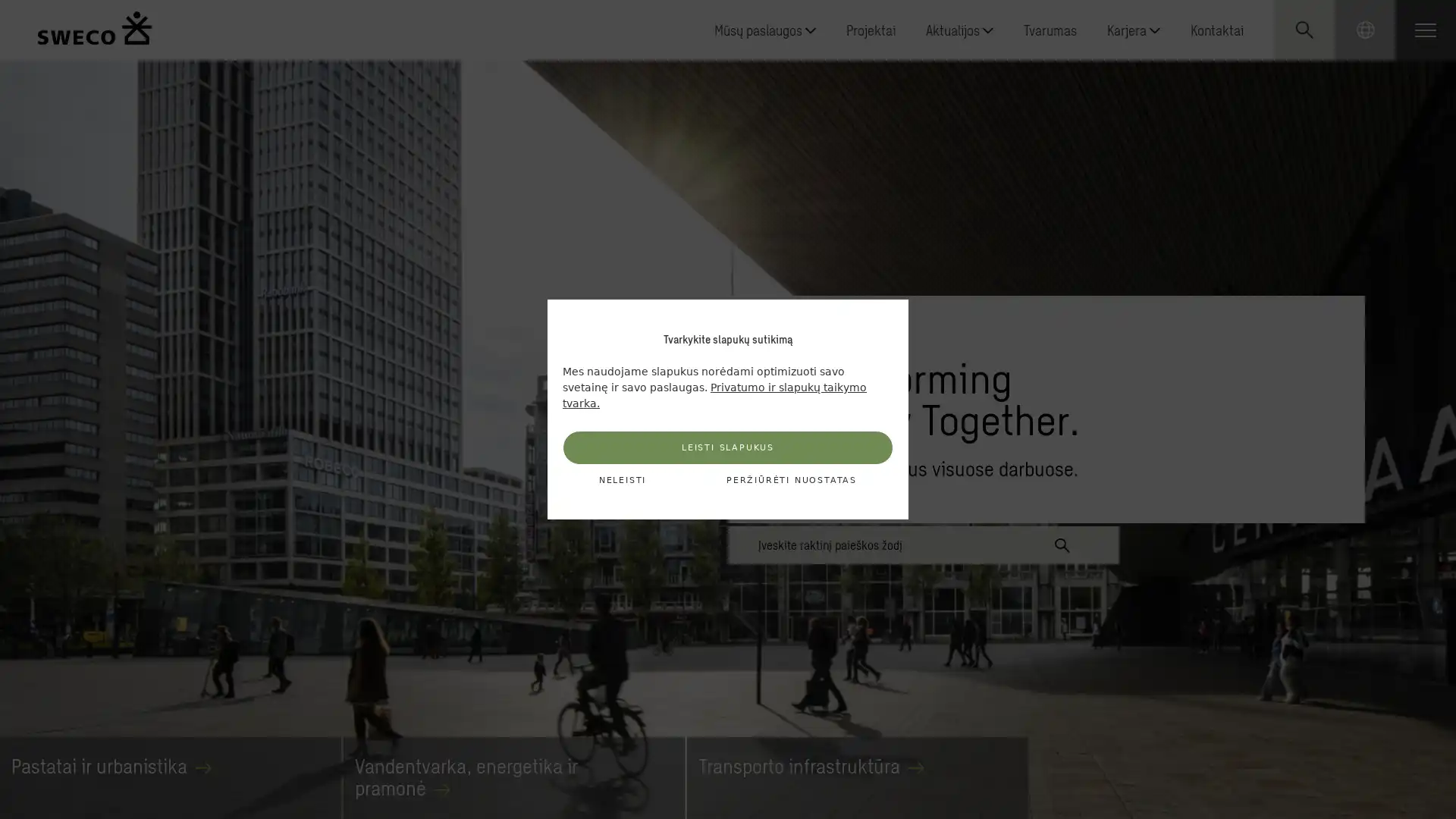  What do you see at coordinates (728, 447) in the screenshot?
I see `LEISTI SLAPUKUS` at bounding box center [728, 447].